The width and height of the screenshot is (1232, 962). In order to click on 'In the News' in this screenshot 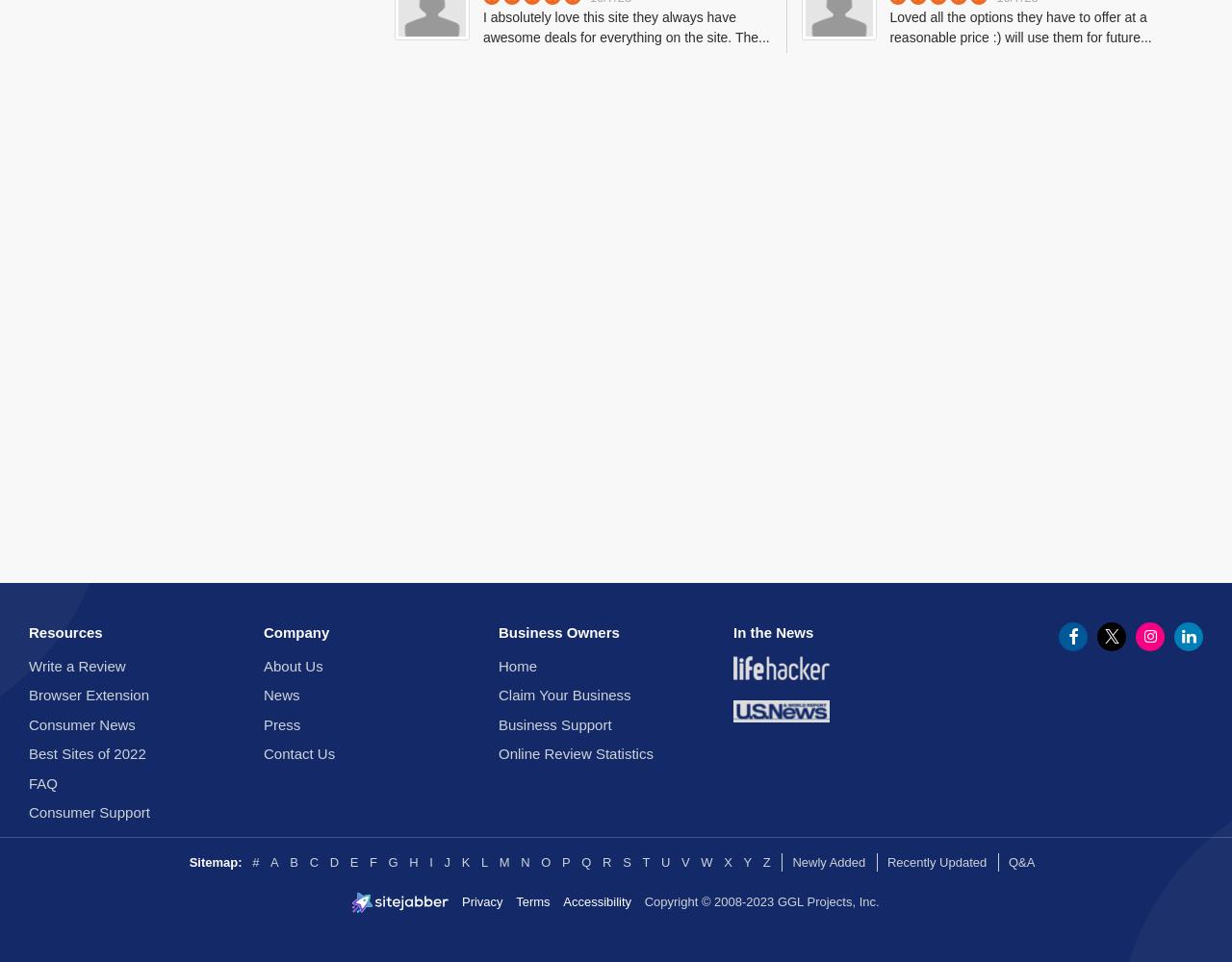, I will do `click(773, 632)`.